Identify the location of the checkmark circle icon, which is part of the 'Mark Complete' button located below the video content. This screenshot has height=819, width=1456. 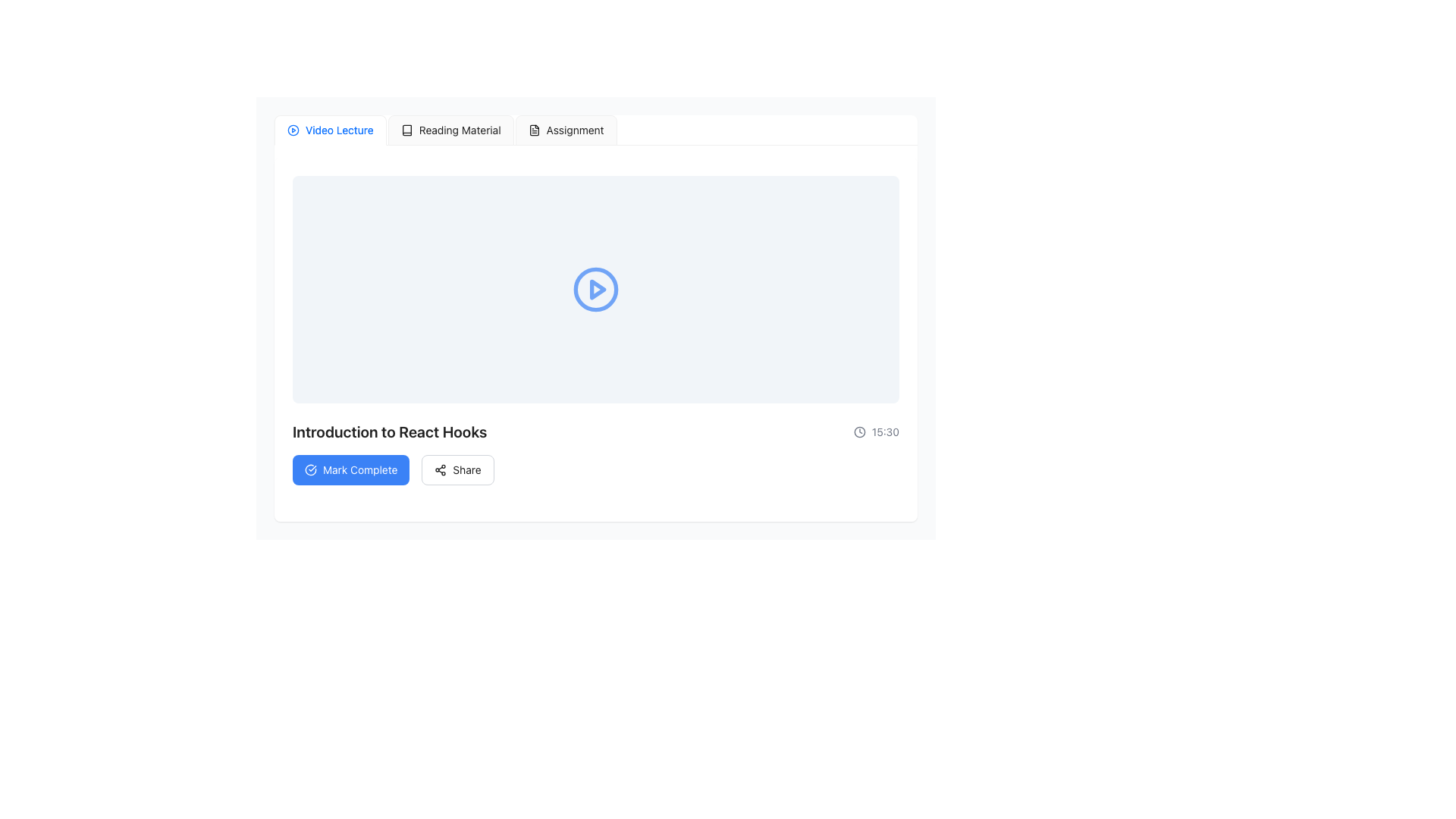
(309, 469).